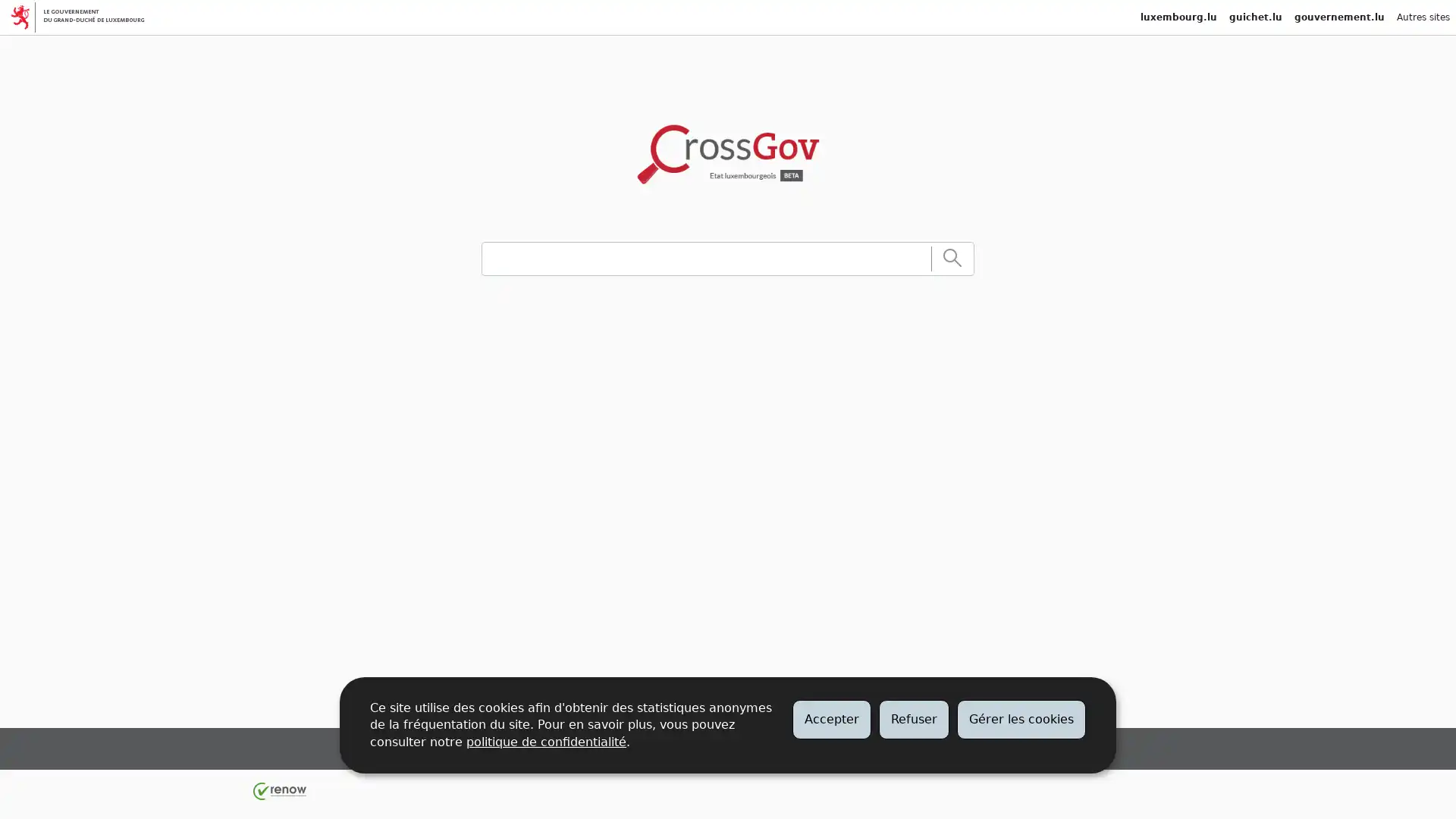  Describe the element at coordinates (913, 718) in the screenshot. I see `Refuser` at that location.